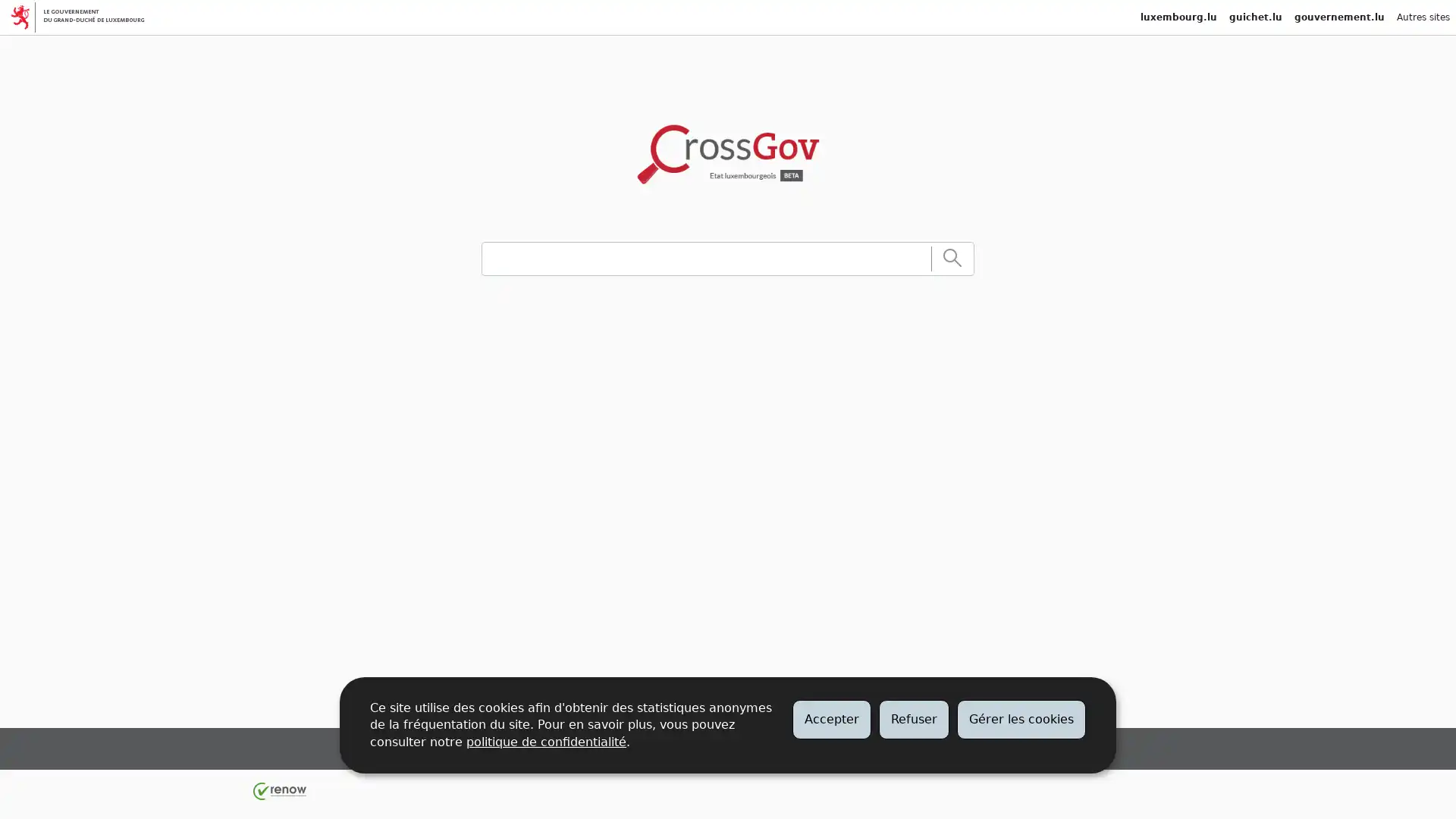  Describe the element at coordinates (913, 718) in the screenshot. I see `Refuser` at that location.